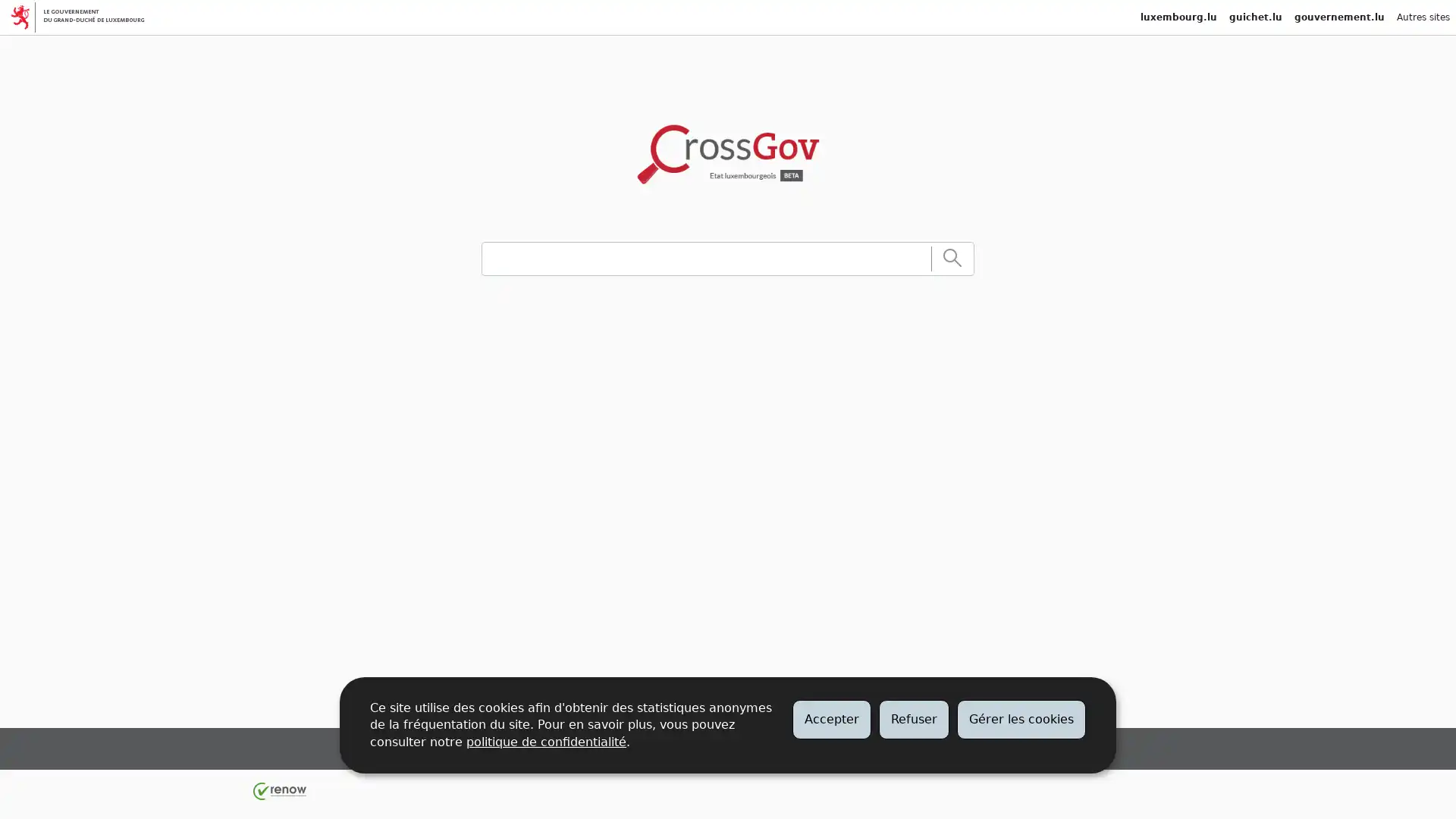  Describe the element at coordinates (913, 718) in the screenshot. I see `Refuser` at that location.